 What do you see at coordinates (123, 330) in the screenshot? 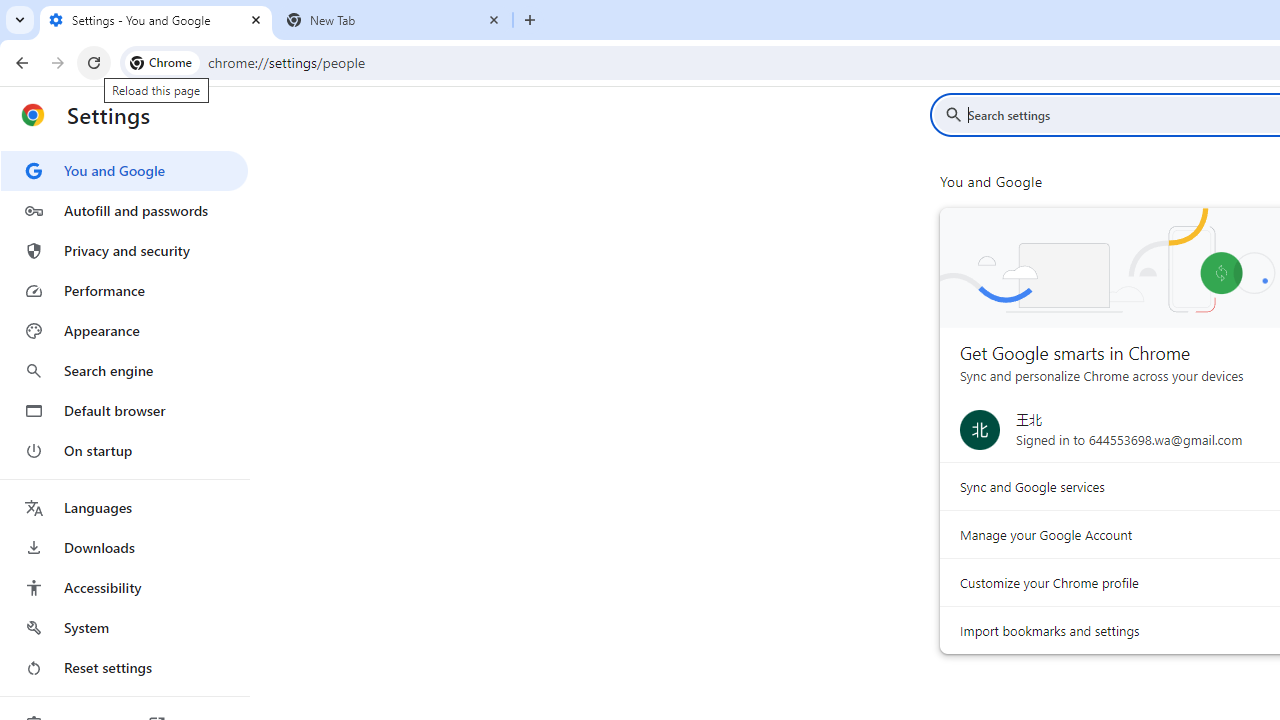
I see `'Appearance'` at bounding box center [123, 330].